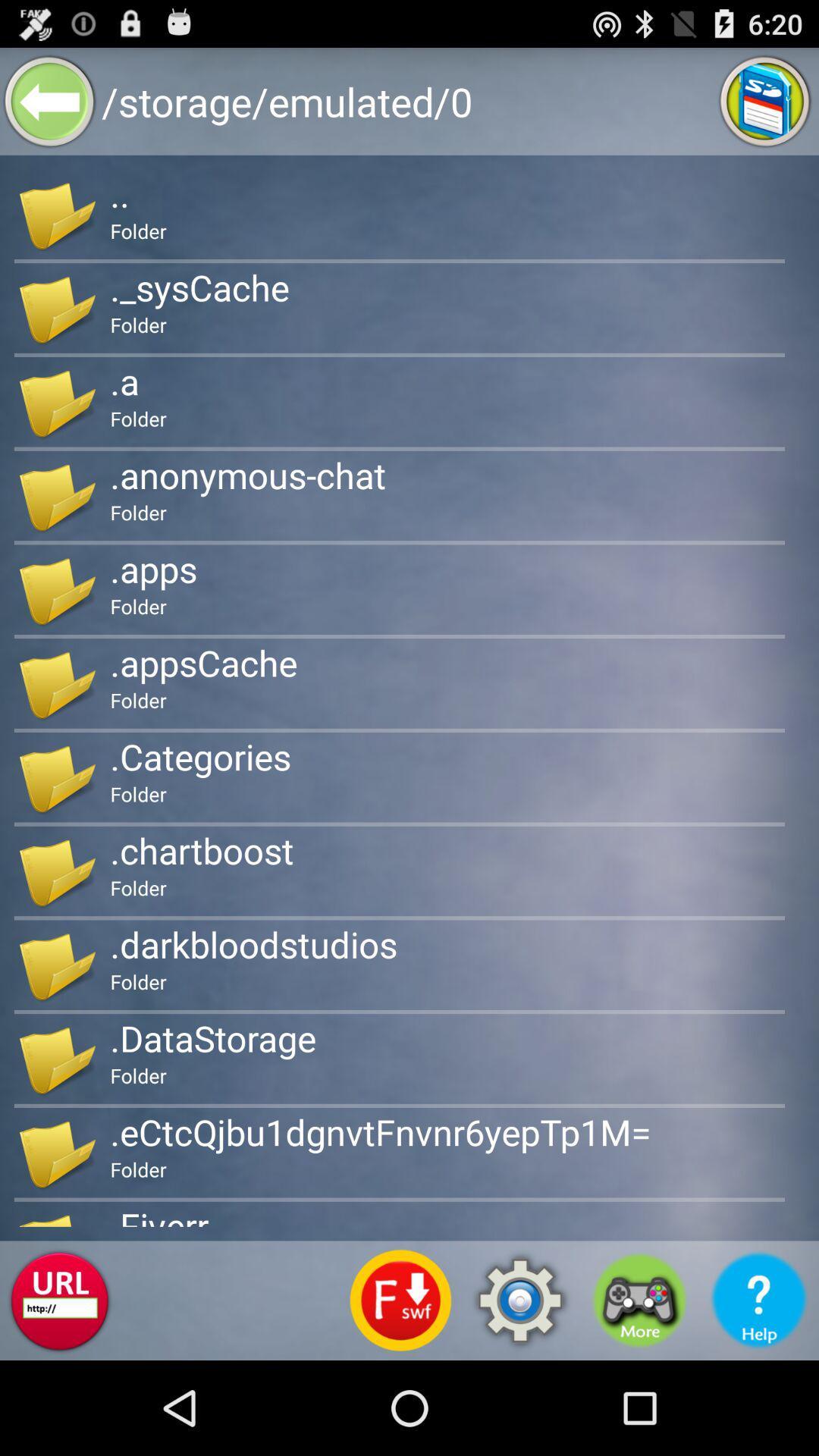  What do you see at coordinates (519, 1392) in the screenshot?
I see `the settings icon` at bounding box center [519, 1392].